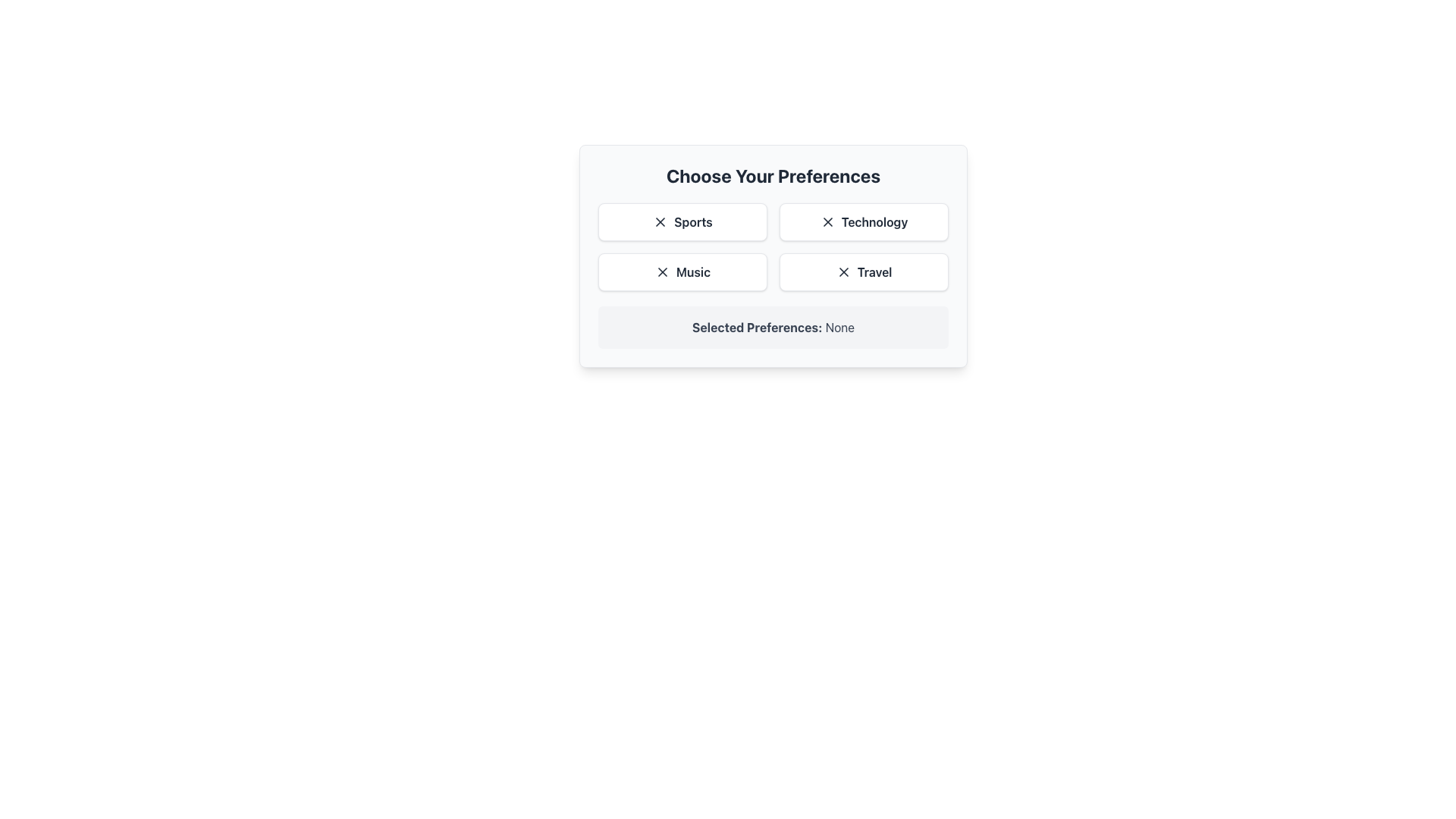 The image size is (1456, 819). Describe the element at coordinates (864, 271) in the screenshot. I see `the 'Travel' button located in the bottom-right cell of the grid layout` at that location.